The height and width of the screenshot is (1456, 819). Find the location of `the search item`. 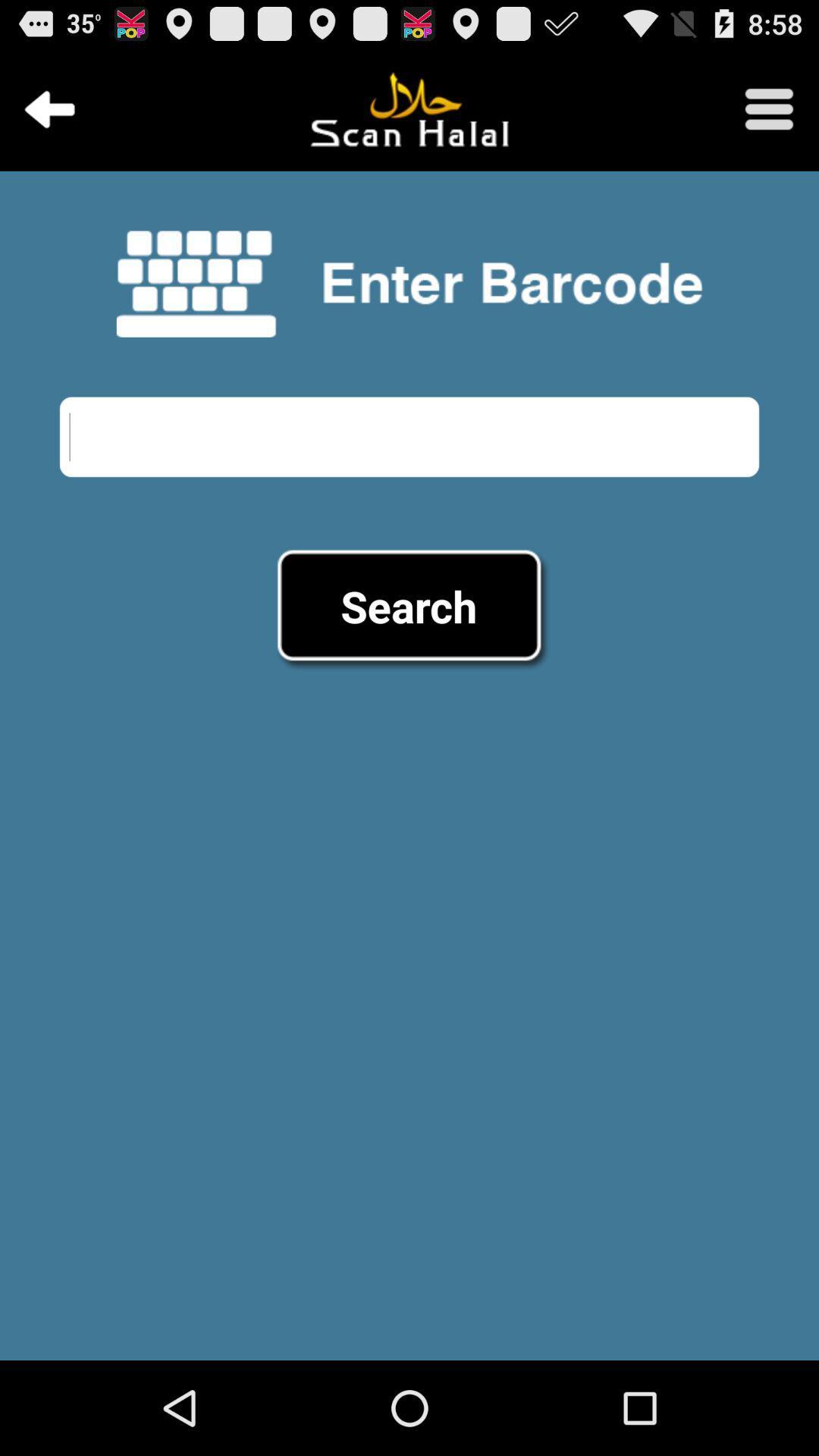

the search item is located at coordinates (408, 605).